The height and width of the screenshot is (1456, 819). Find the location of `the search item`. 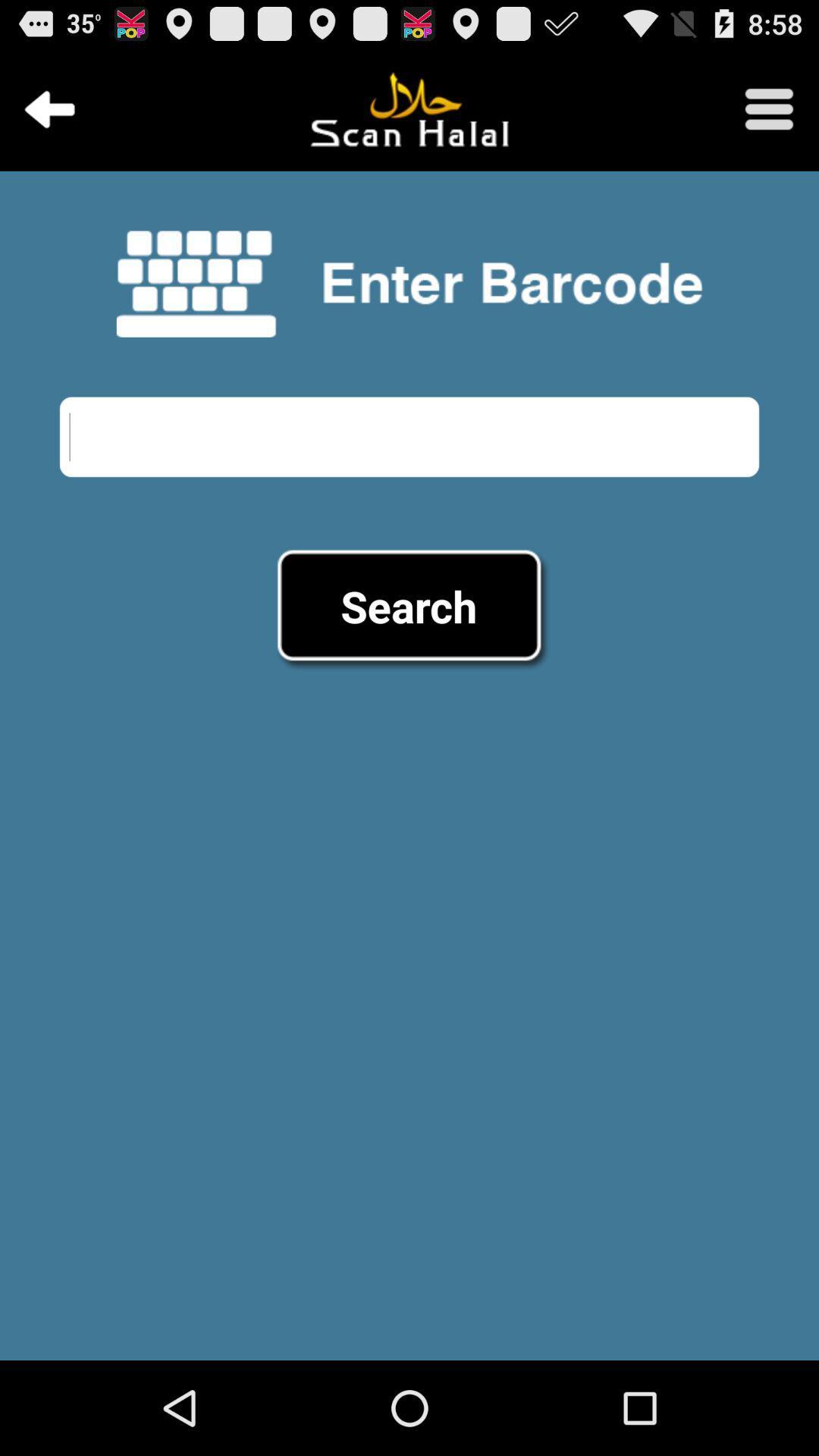

the search item is located at coordinates (408, 605).